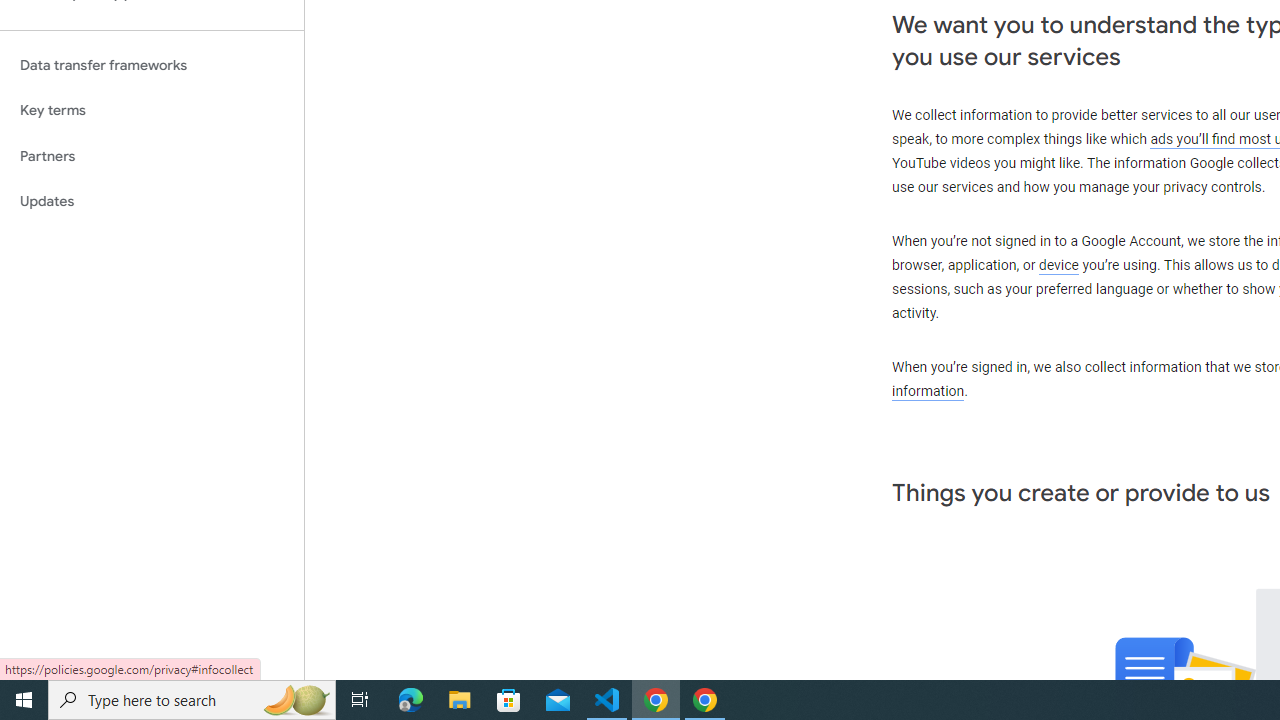  Describe the element at coordinates (151, 201) in the screenshot. I see `'Updates'` at that location.